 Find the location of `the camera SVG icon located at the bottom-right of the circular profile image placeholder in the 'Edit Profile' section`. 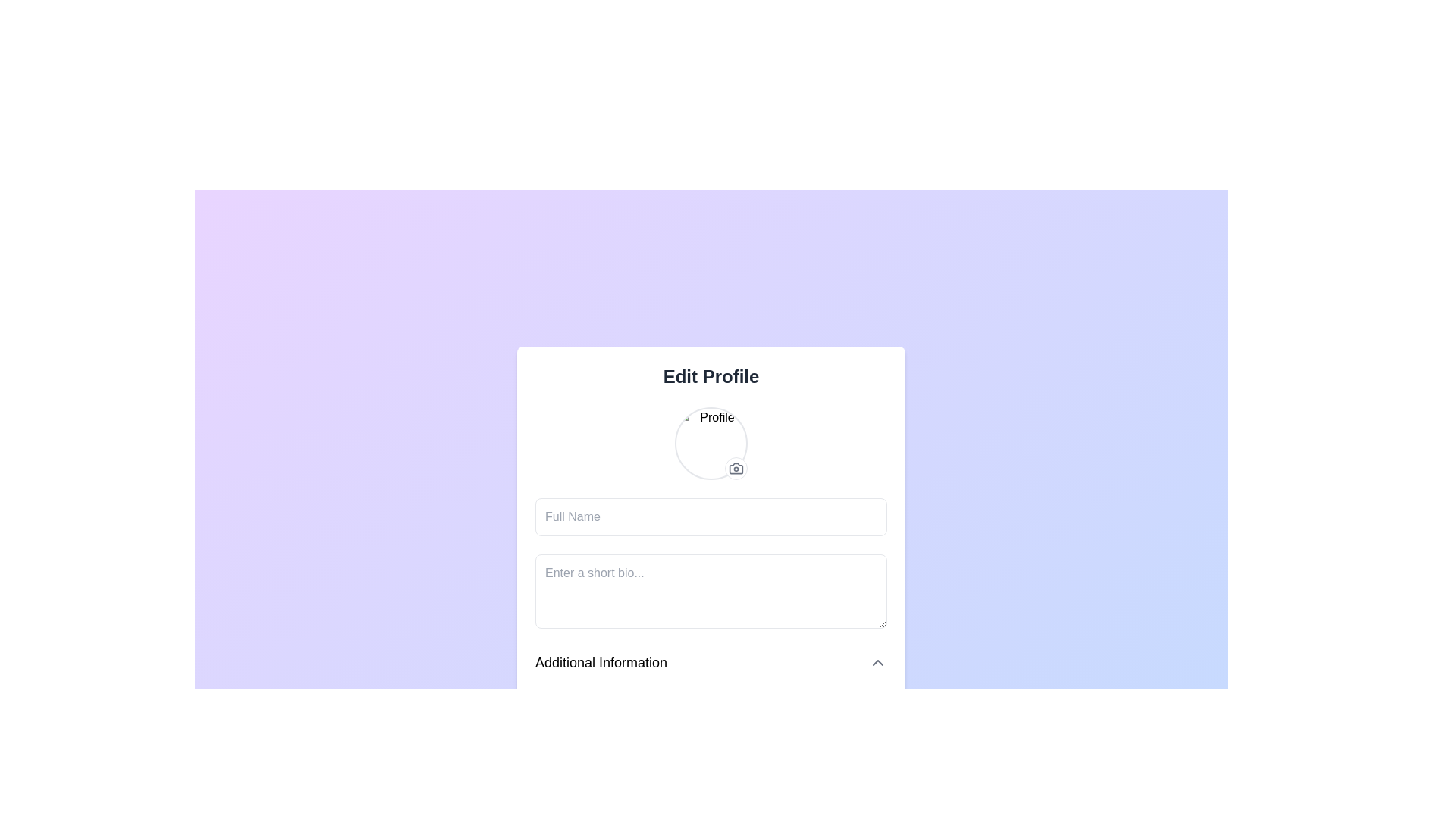

the camera SVG icon located at the bottom-right of the circular profile image placeholder in the 'Edit Profile' section is located at coordinates (736, 467).